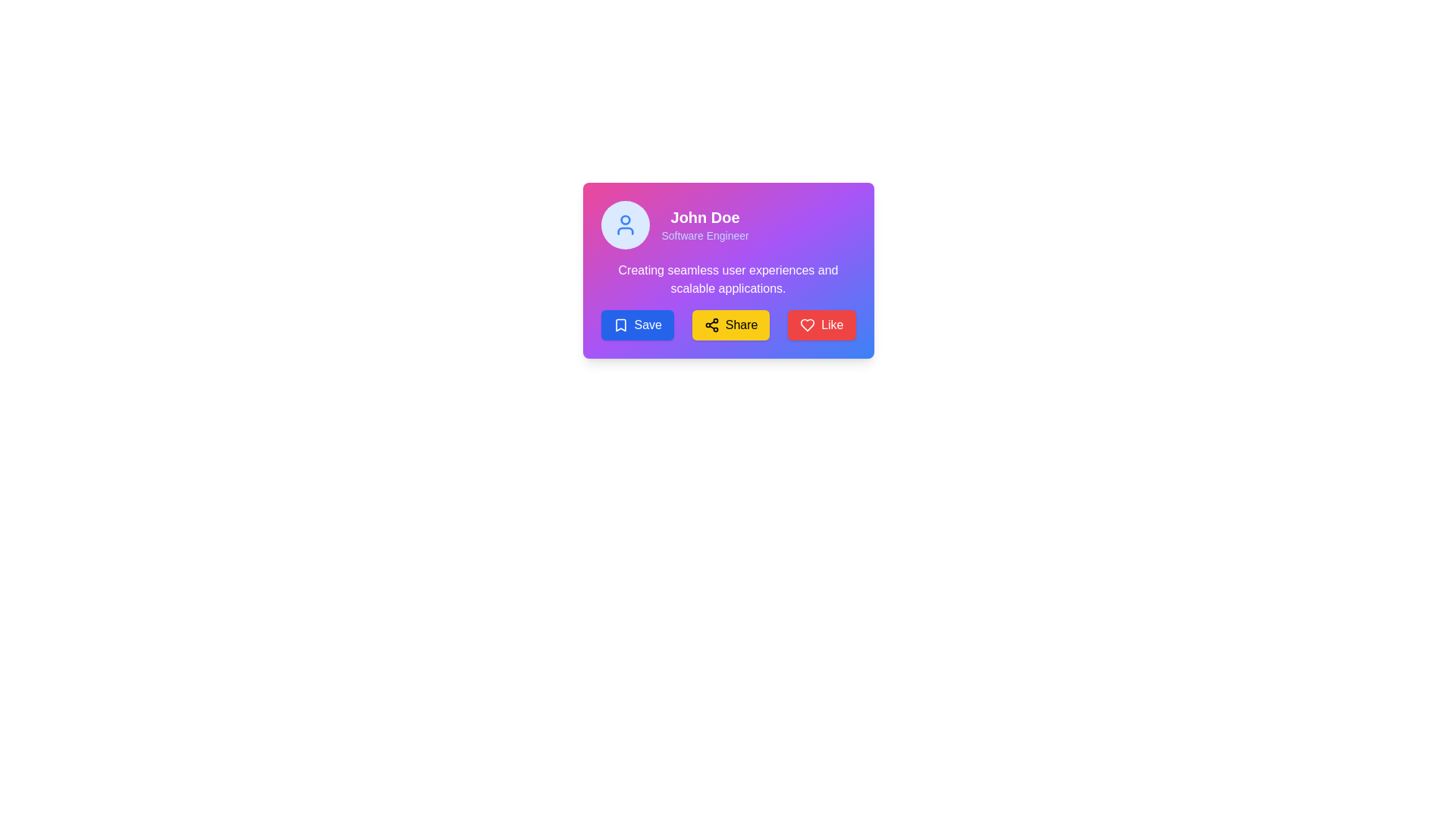  What do you see at coordinates (620, 324) in the screenshot?
I see `the bookmark icon located at the top portion of the buttons within the user profile card` at bounding box center [620, 324].